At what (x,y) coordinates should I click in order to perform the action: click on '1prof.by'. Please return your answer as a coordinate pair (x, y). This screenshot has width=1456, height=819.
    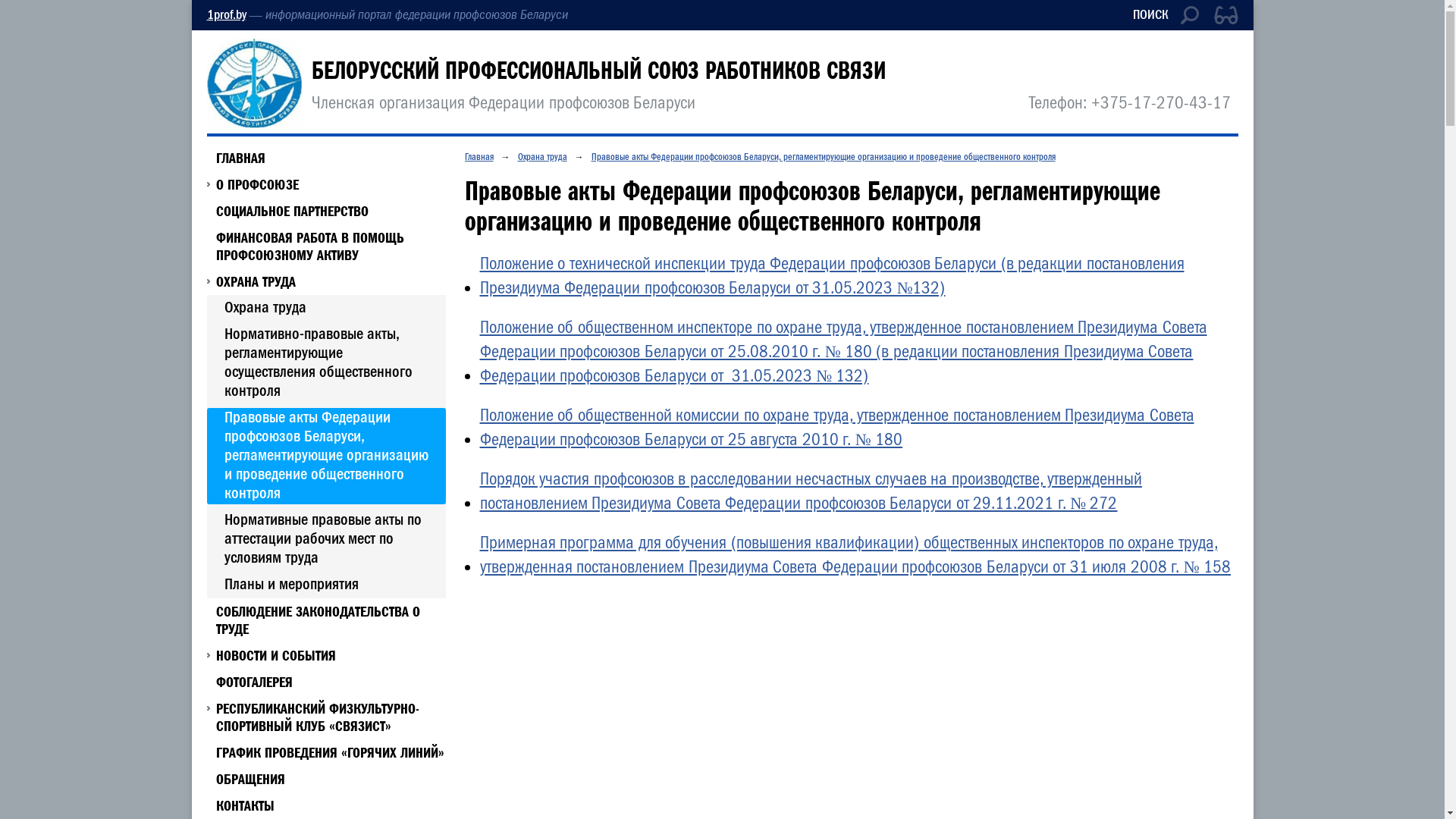
    Looking at the image, I should click on (206, 14).